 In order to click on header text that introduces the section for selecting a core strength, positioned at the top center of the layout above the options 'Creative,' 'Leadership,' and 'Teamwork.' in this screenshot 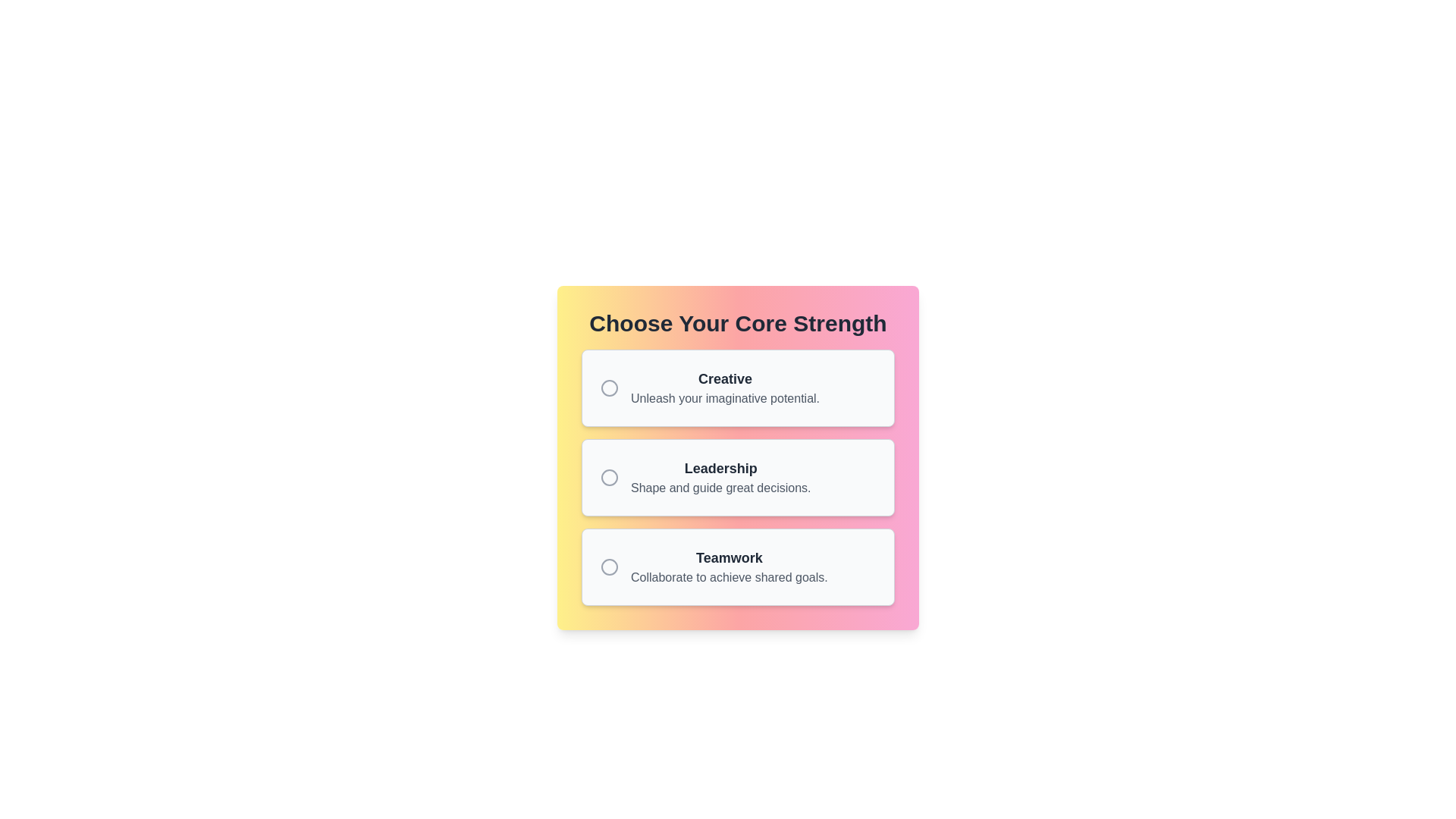, I will do `click(738, 323)`.